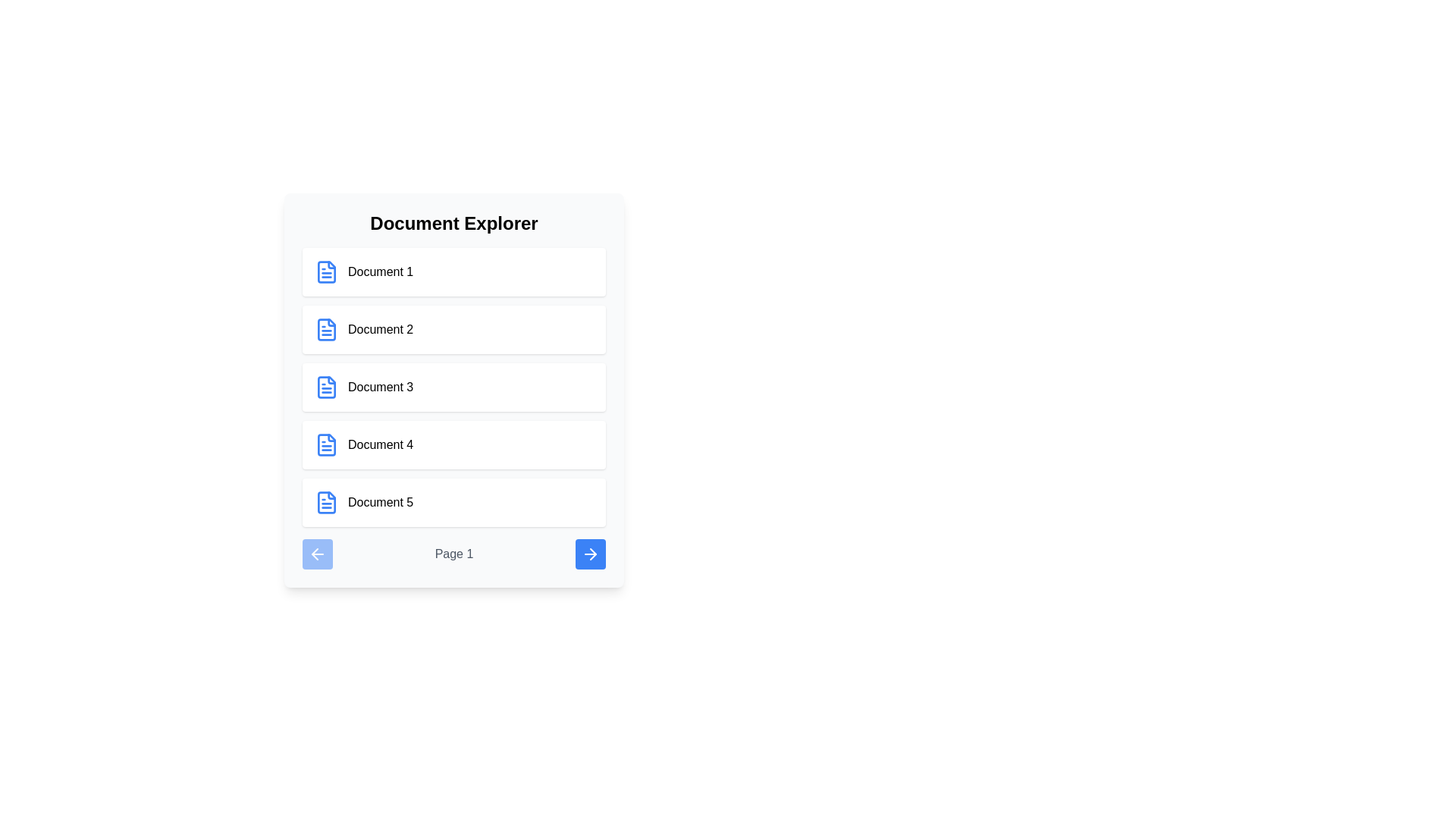  What do you see at coordinates (453, 444) in the screenshot?
I see `the list item labeled 'Document 4' in the 'Document Explorer'` at bounding box center [453, 444].